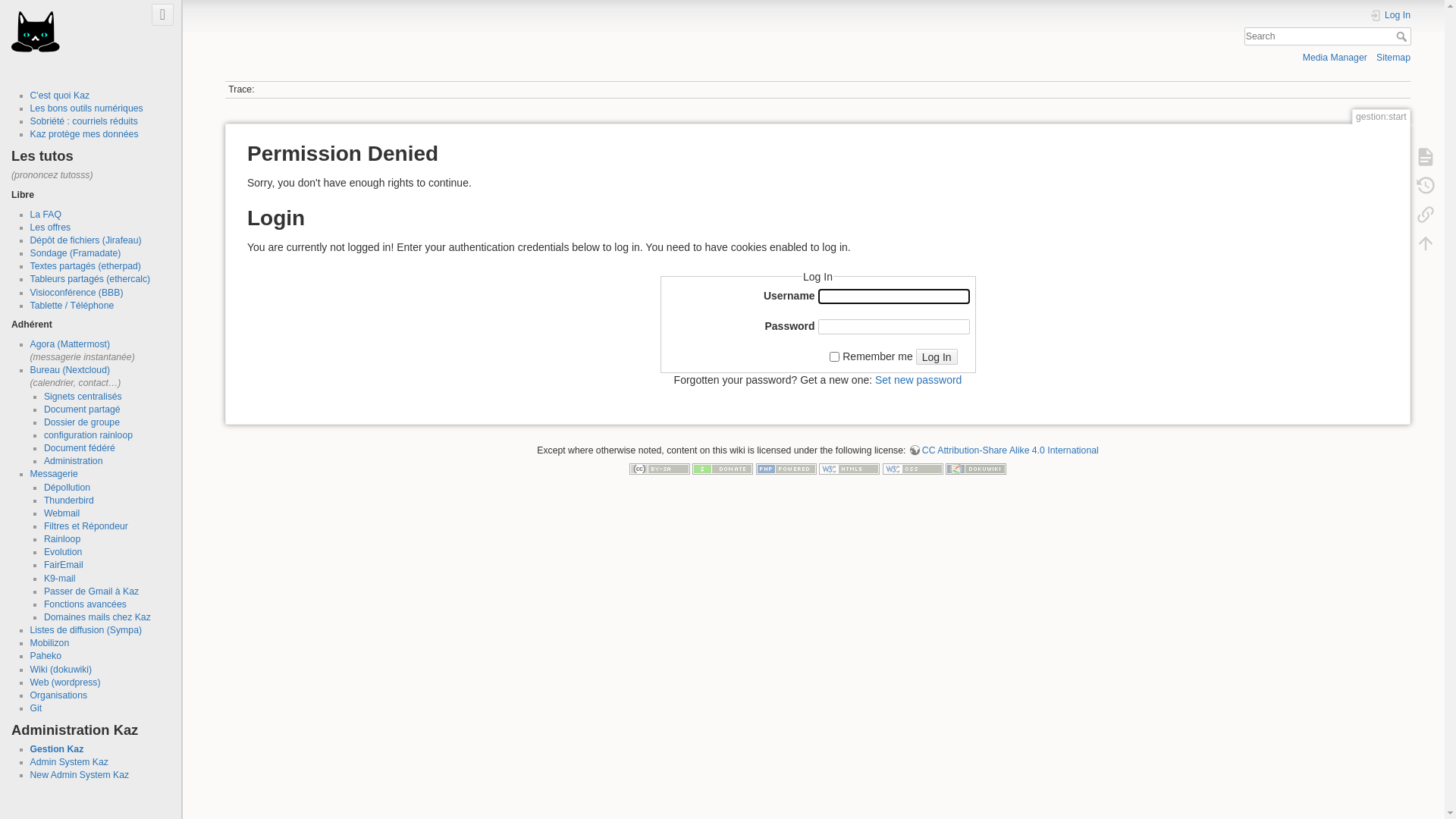  Describe the element at coordinates (50, 643) in the screenshot. I see `'Mobilizon'` at that location.